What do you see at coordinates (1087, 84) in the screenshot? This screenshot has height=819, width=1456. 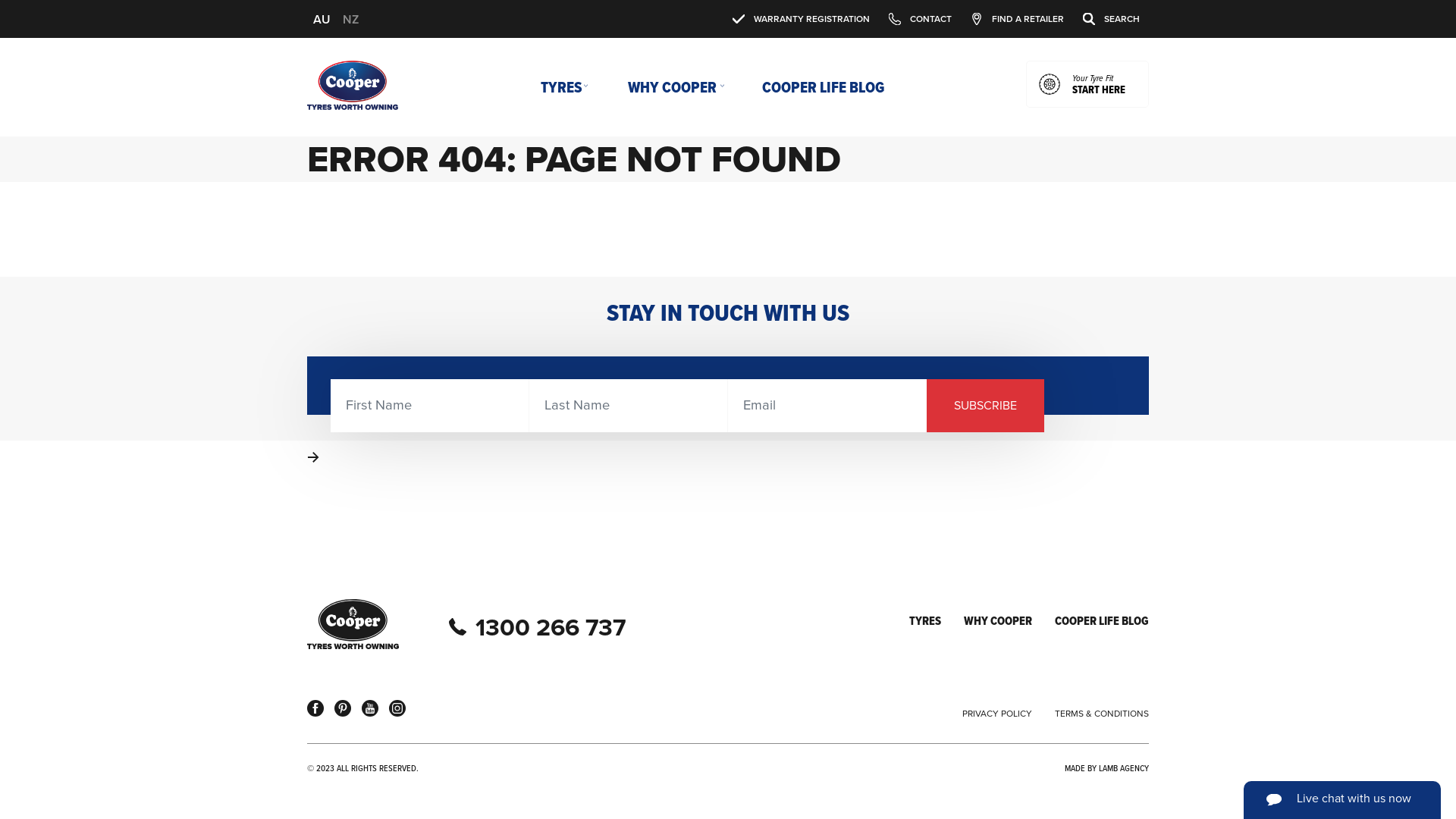 I see `'Your Tyre Fit` at bounding box center [1087, 84].